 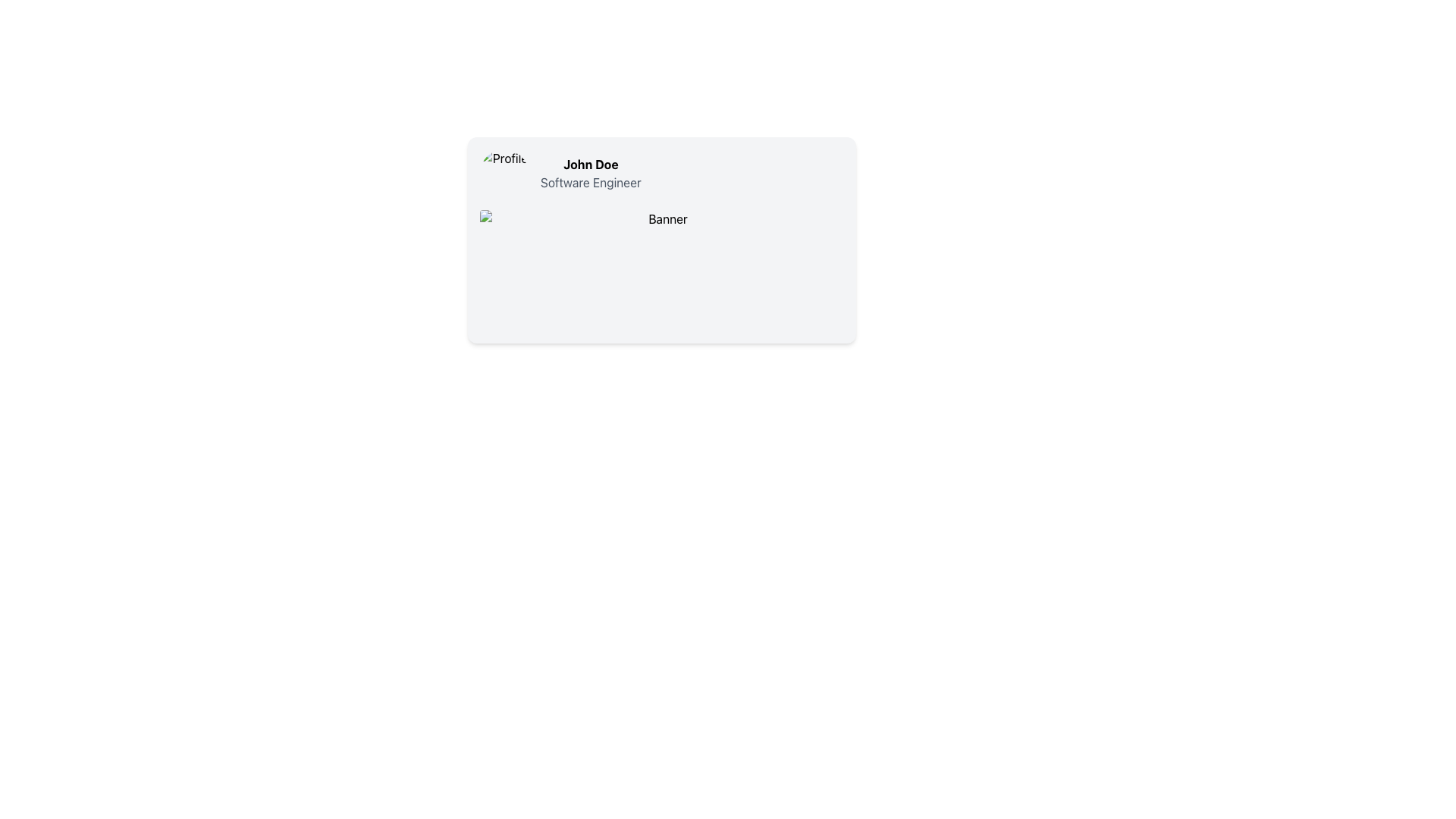 I want to click on the Text Display element that shows the user's name 'John Doe' and title 'Software Engineer', located to the right of the profile image, so click(x=590, y=172).